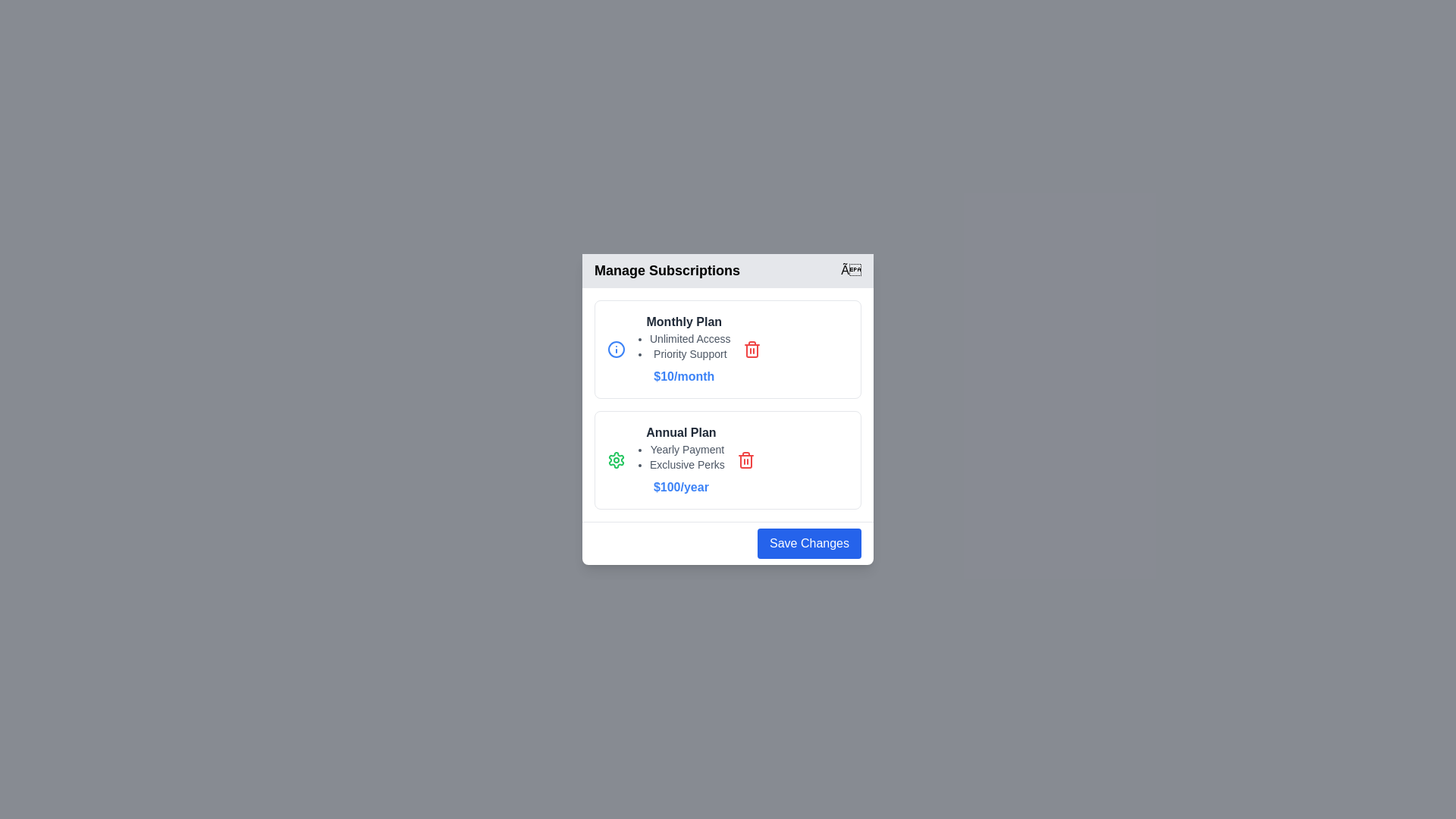 Image resolution: width=1456 pixels, height=819 pixels. I want to click on 'Save Changes' button to save the changes made in the dialog, so click(808, 543).